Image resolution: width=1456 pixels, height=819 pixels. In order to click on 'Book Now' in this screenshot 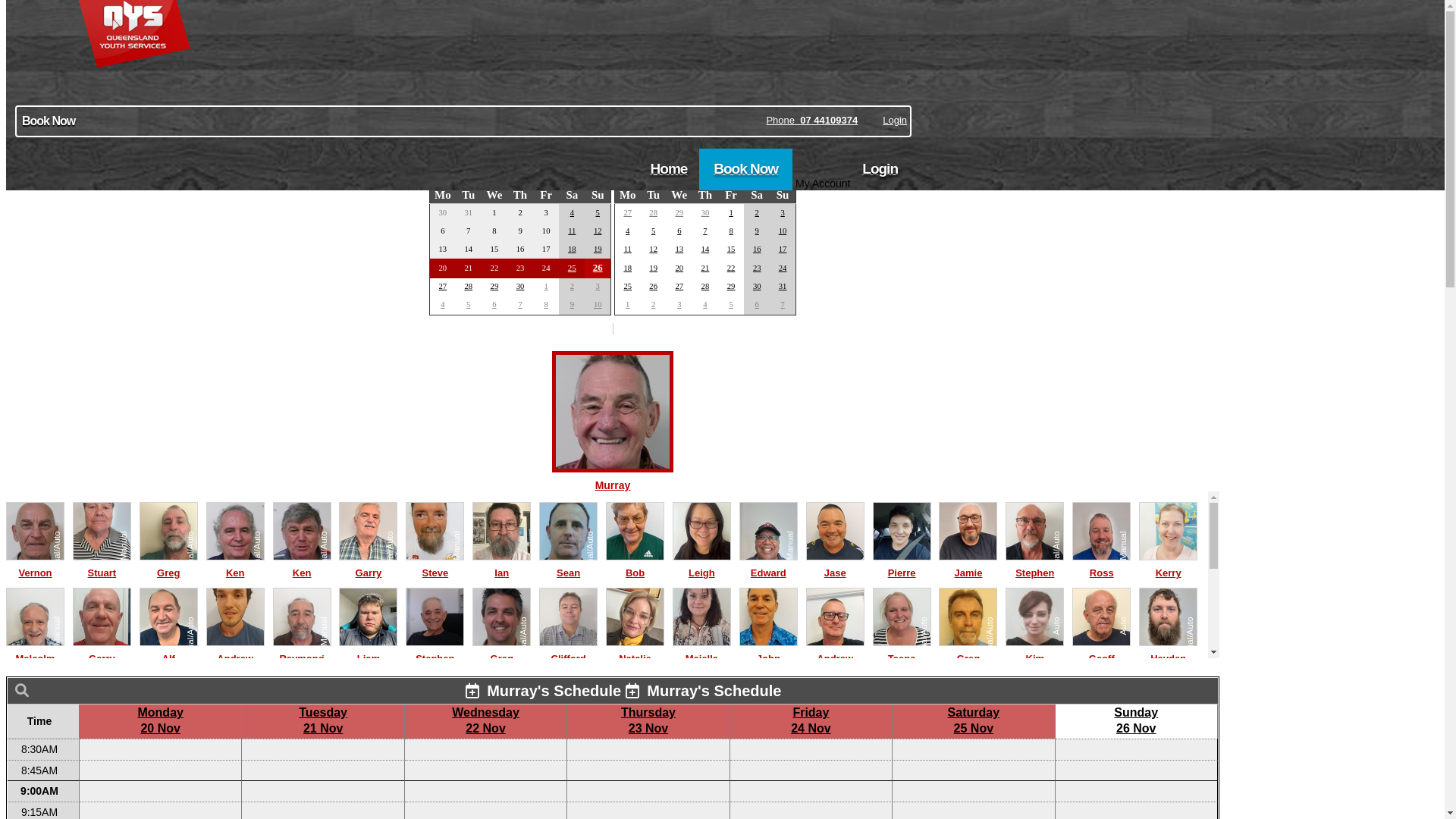, I will do `click(462, 120)`.